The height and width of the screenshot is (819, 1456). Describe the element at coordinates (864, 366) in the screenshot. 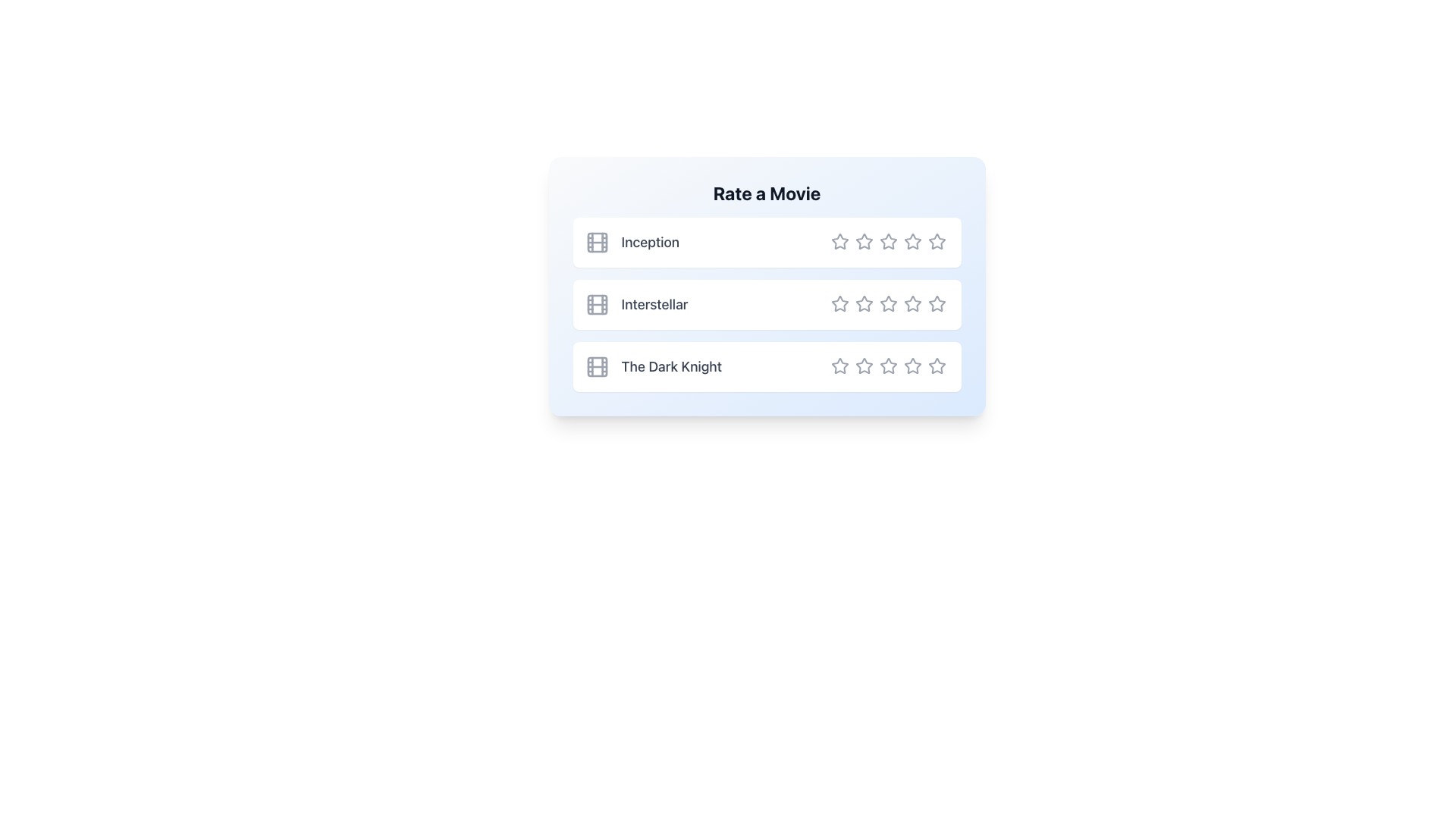

I see `the second star in the third row of the movie rating section` at that location.